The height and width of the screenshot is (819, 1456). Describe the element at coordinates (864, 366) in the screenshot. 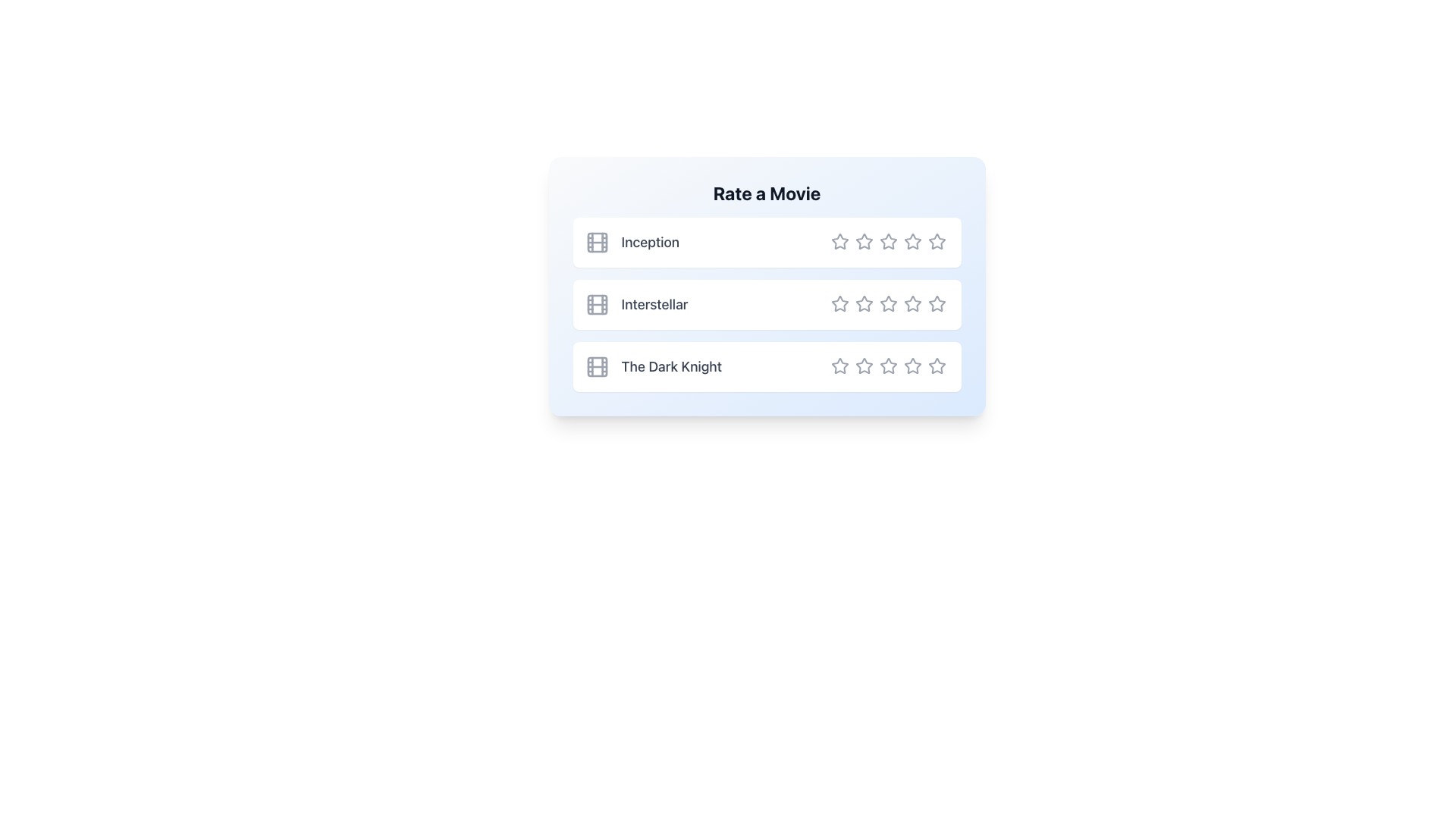

I see `the second star in the third row of the movie rating section` at that location.